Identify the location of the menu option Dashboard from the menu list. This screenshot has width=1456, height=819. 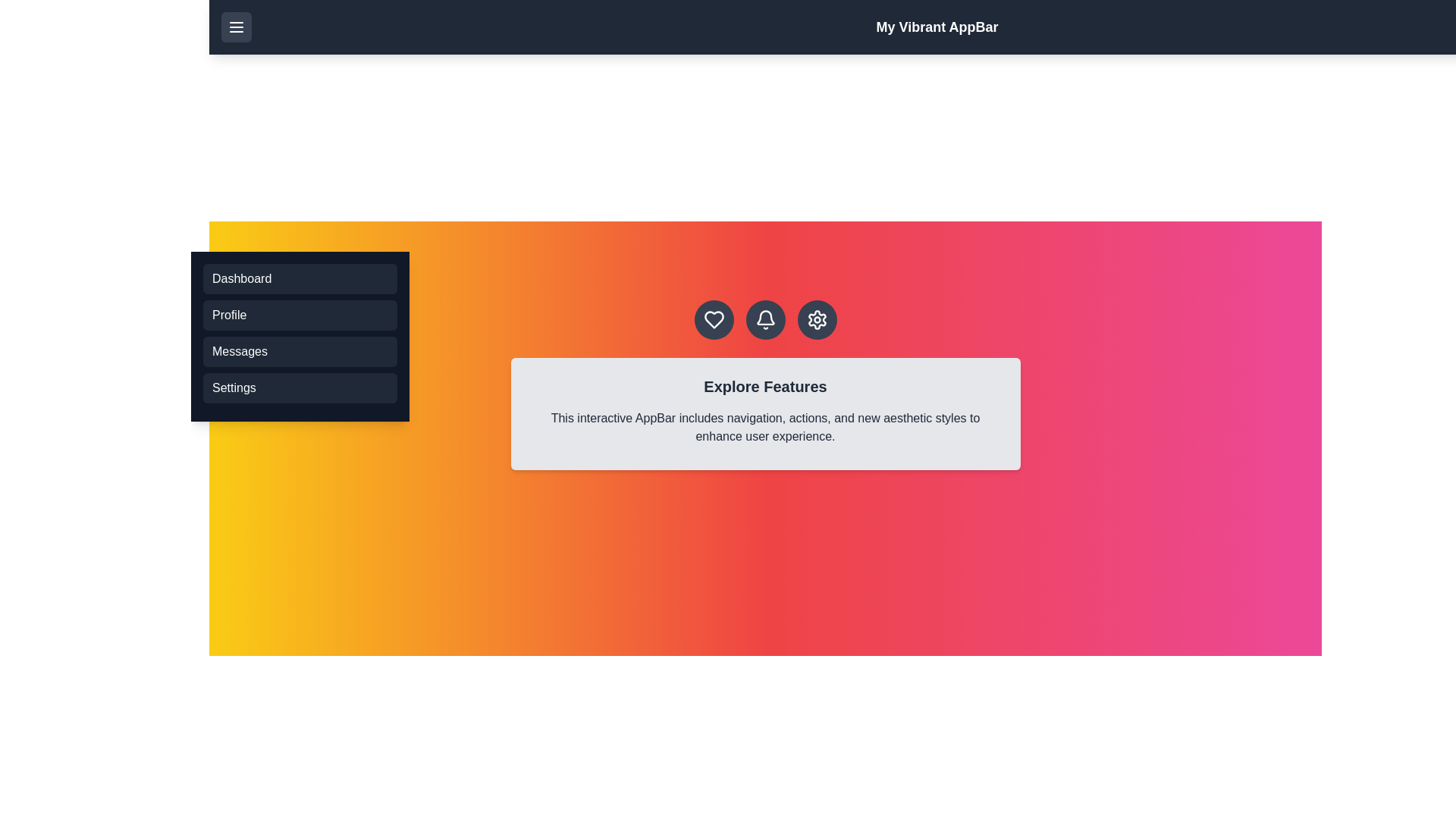
(300, 278).